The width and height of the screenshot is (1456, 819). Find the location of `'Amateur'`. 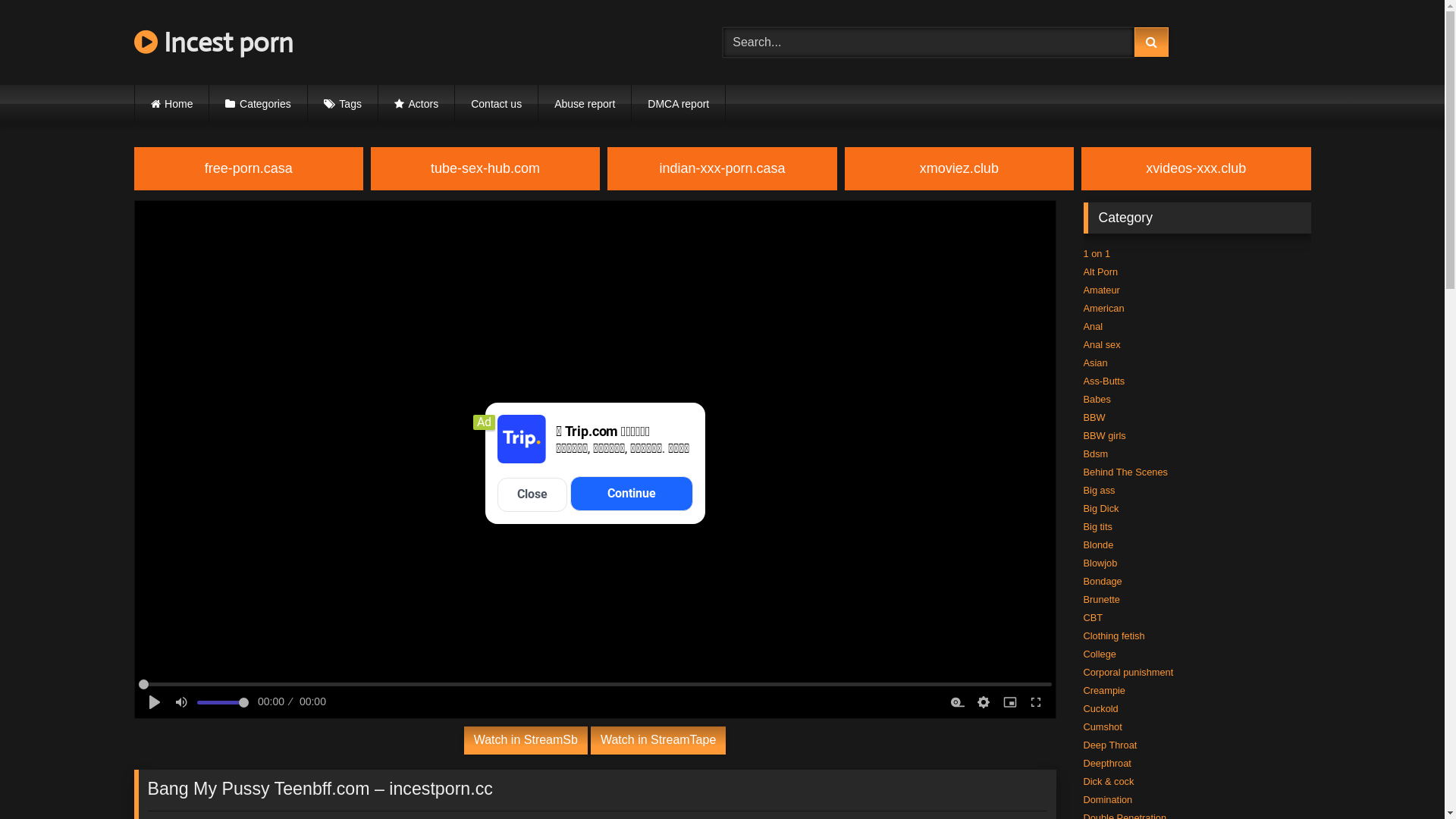

'Amateur' is located at coordinates (1101, 290).